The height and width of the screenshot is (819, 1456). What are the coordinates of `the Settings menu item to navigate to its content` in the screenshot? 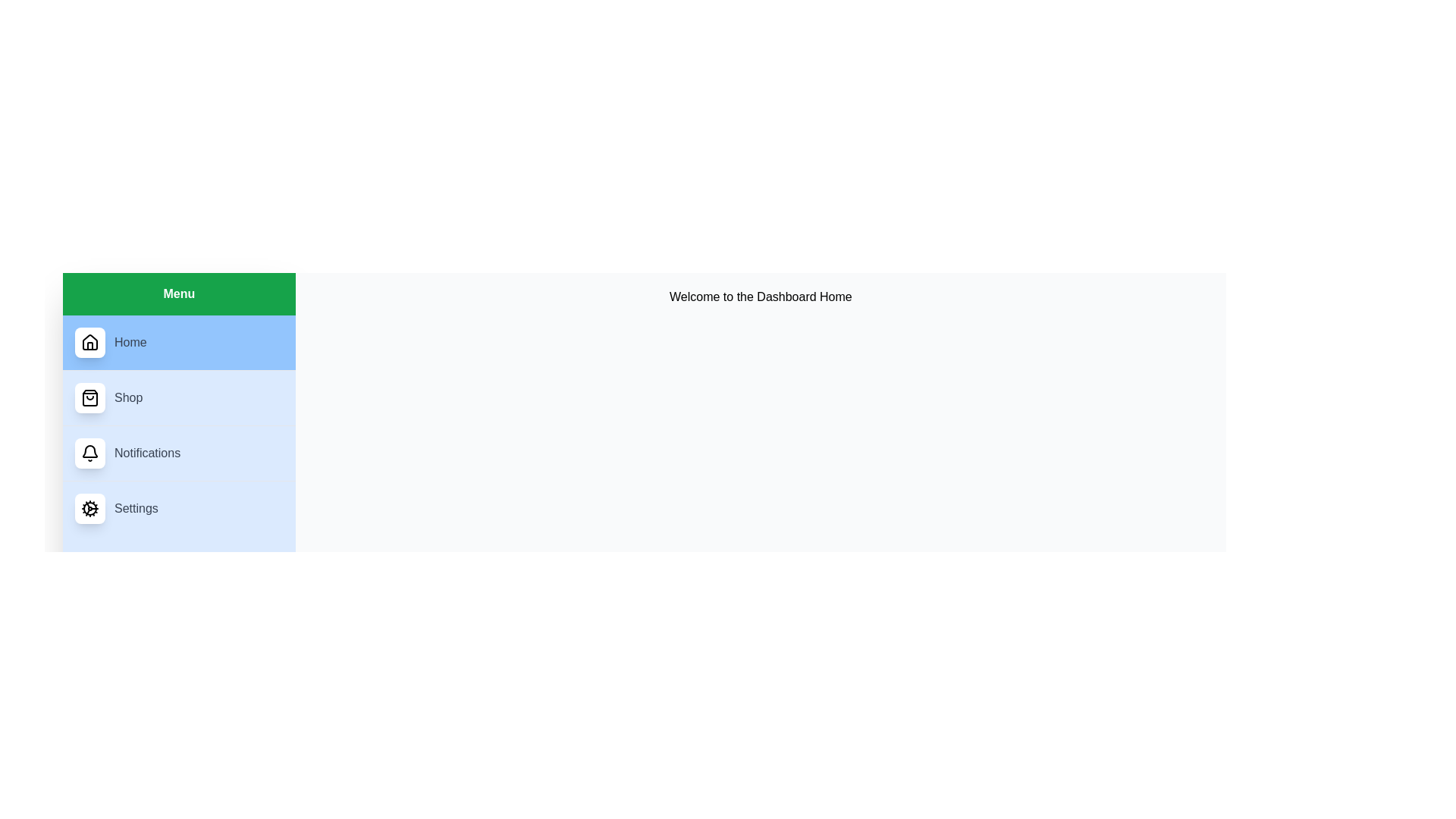 It's located at (178, 509).